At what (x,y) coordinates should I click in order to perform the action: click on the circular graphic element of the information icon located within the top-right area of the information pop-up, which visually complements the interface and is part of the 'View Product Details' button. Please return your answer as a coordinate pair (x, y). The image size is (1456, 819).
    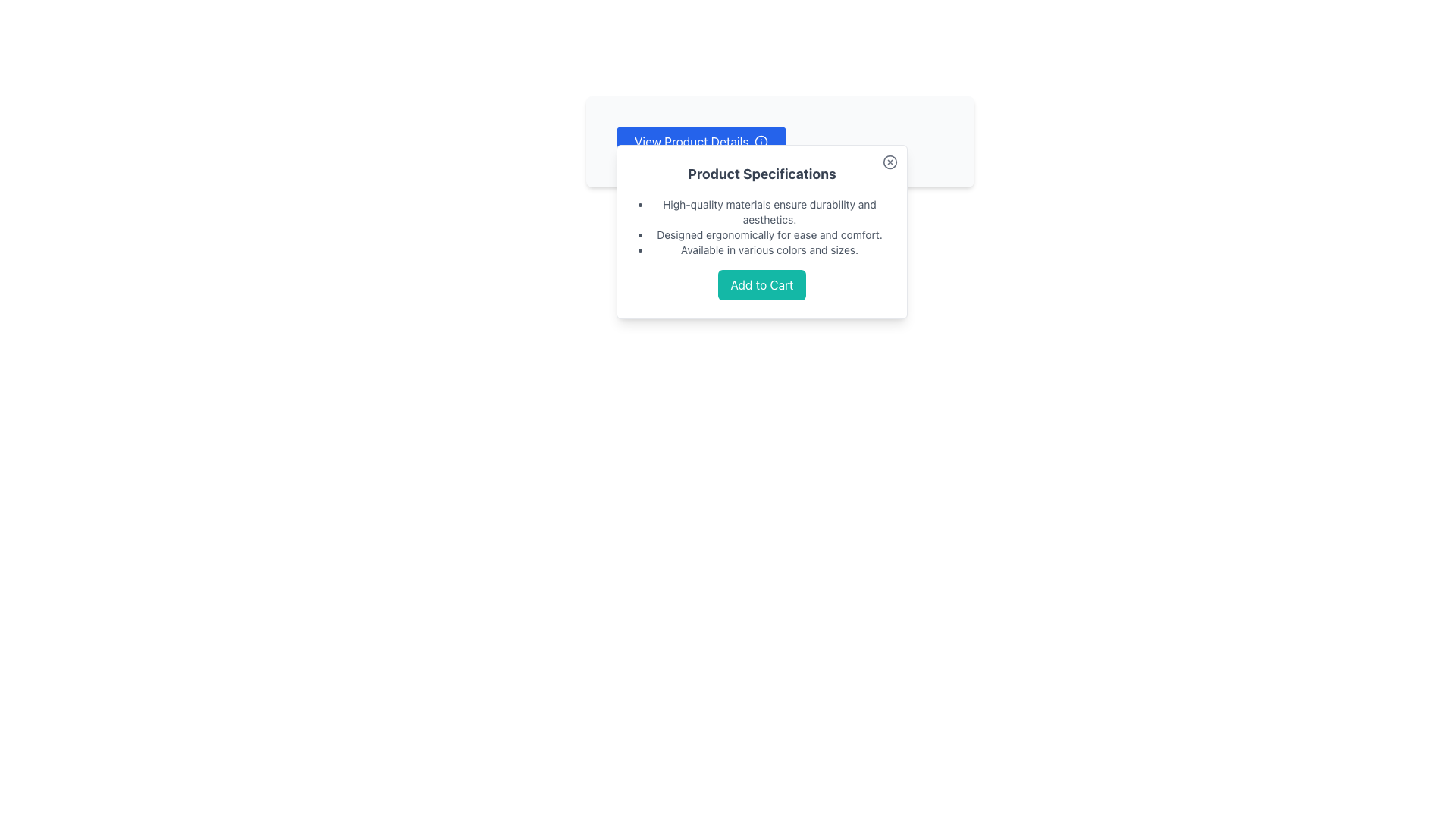
    Looking at the image, I should click on (761, 141).